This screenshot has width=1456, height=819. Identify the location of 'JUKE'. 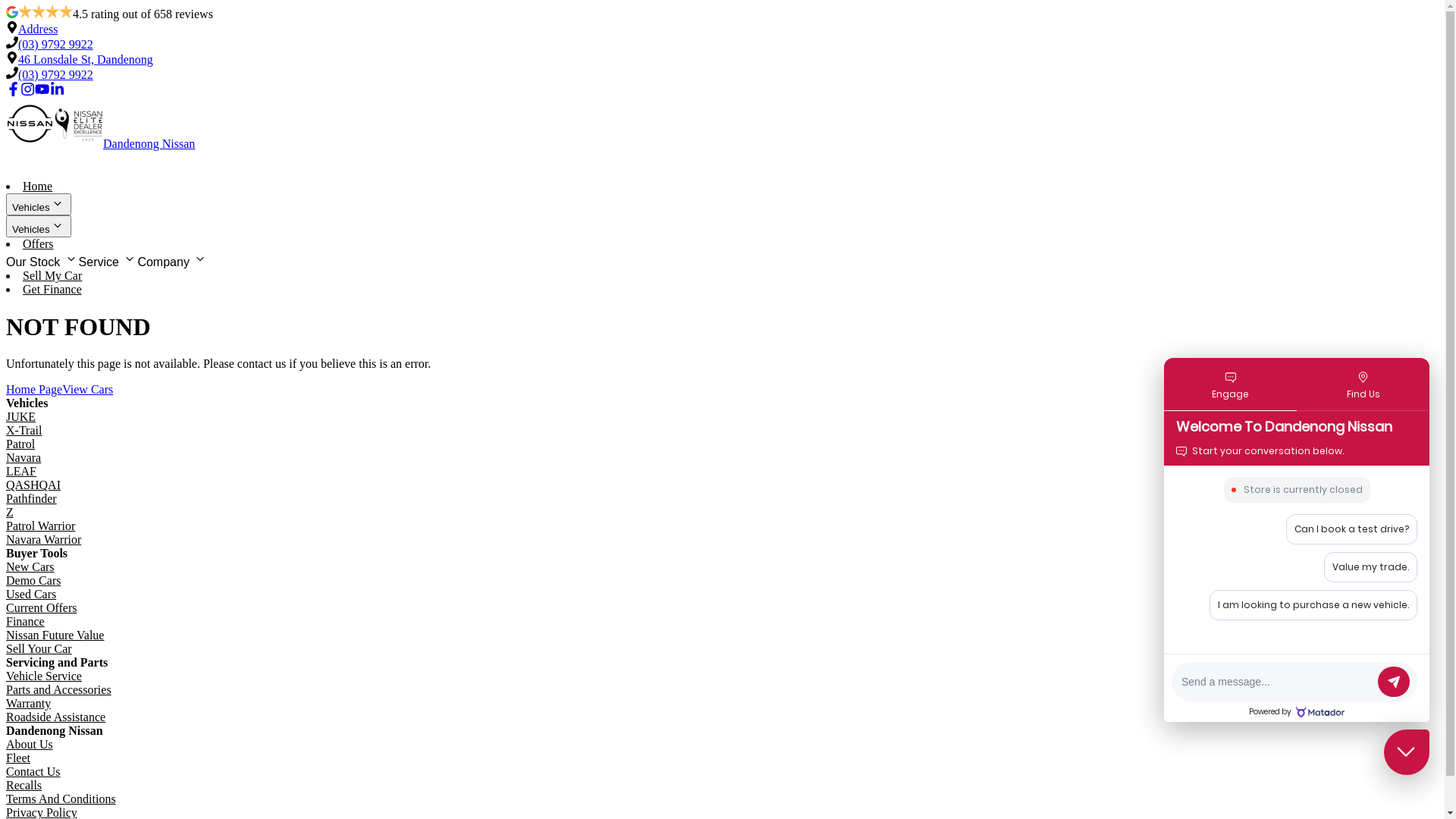
(20, 416).